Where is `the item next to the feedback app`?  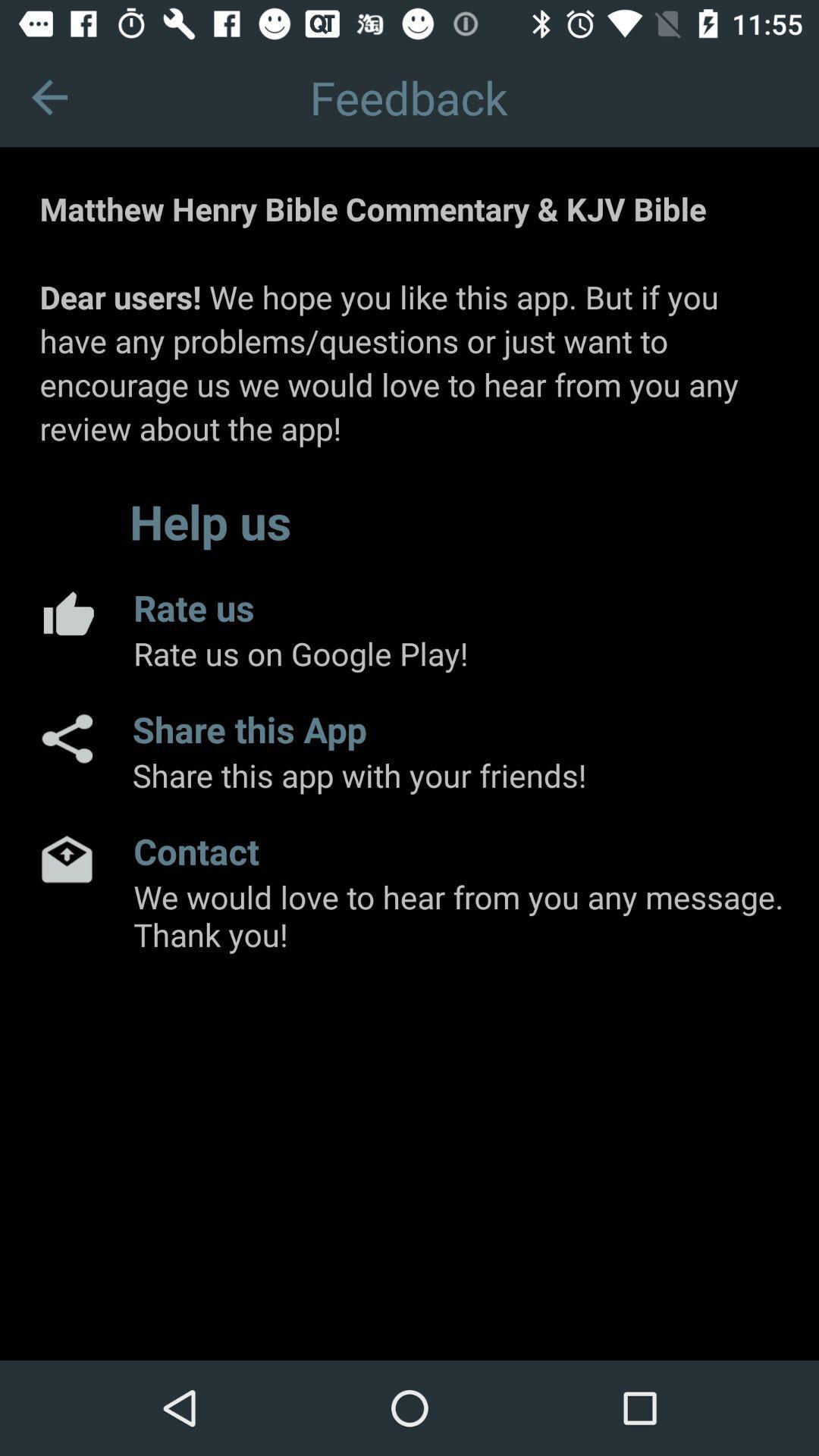 the item next to the feedback app is located at coordinates (49, 96).